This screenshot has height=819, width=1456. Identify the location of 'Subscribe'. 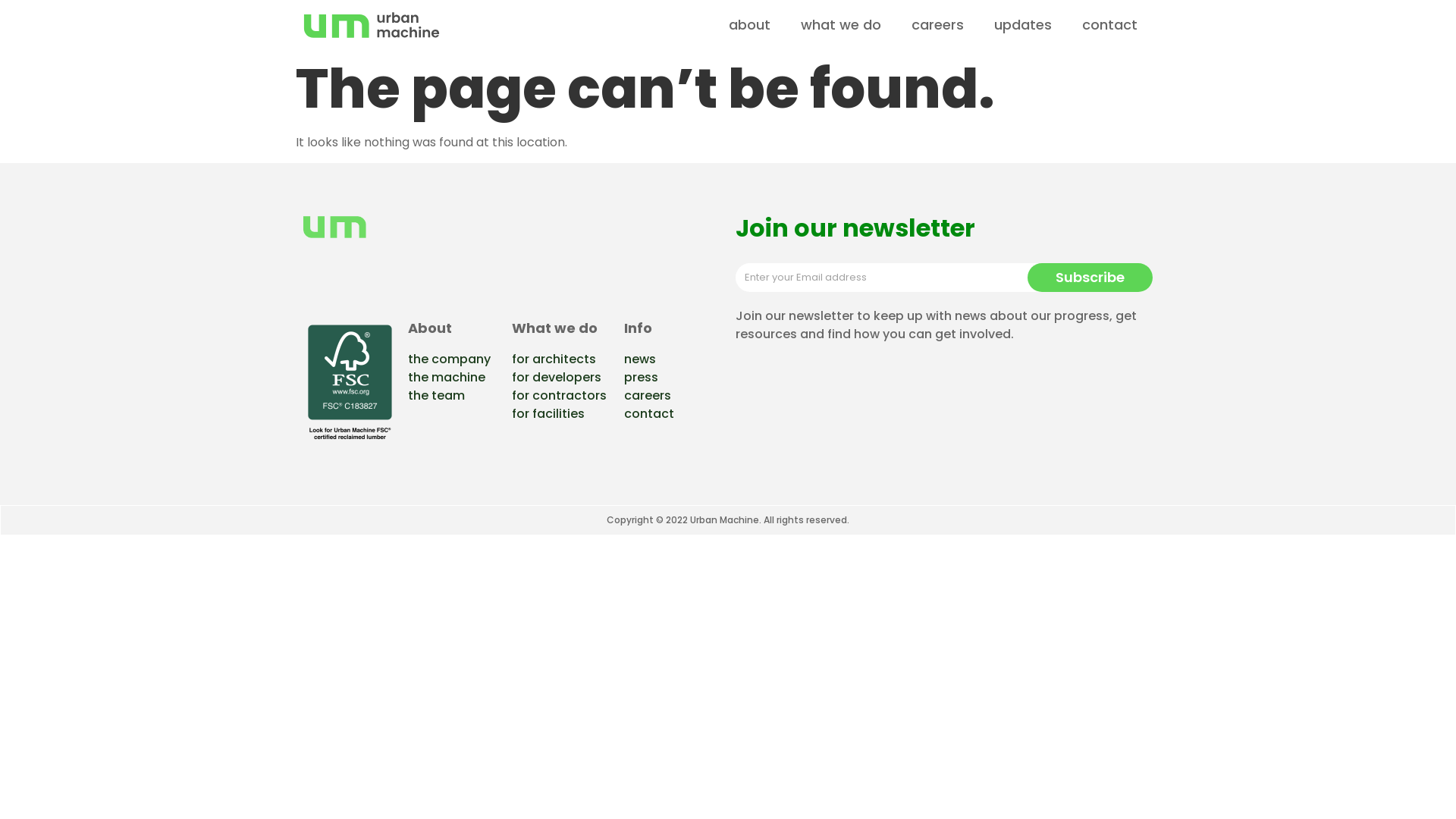
(1027, 278).